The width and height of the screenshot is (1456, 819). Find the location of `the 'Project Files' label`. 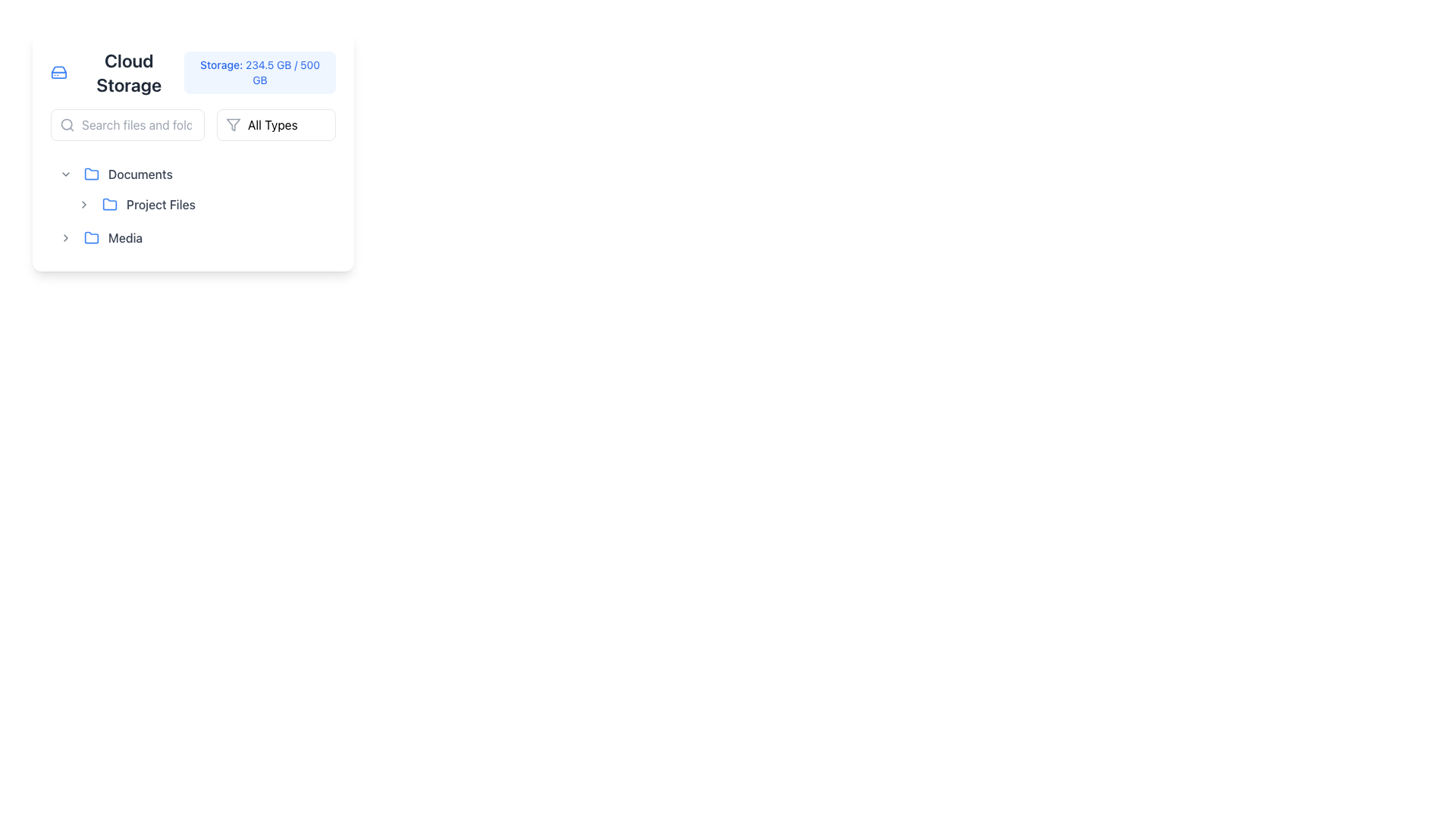

the 'Project Files' label is located at coordinates (161, 205).